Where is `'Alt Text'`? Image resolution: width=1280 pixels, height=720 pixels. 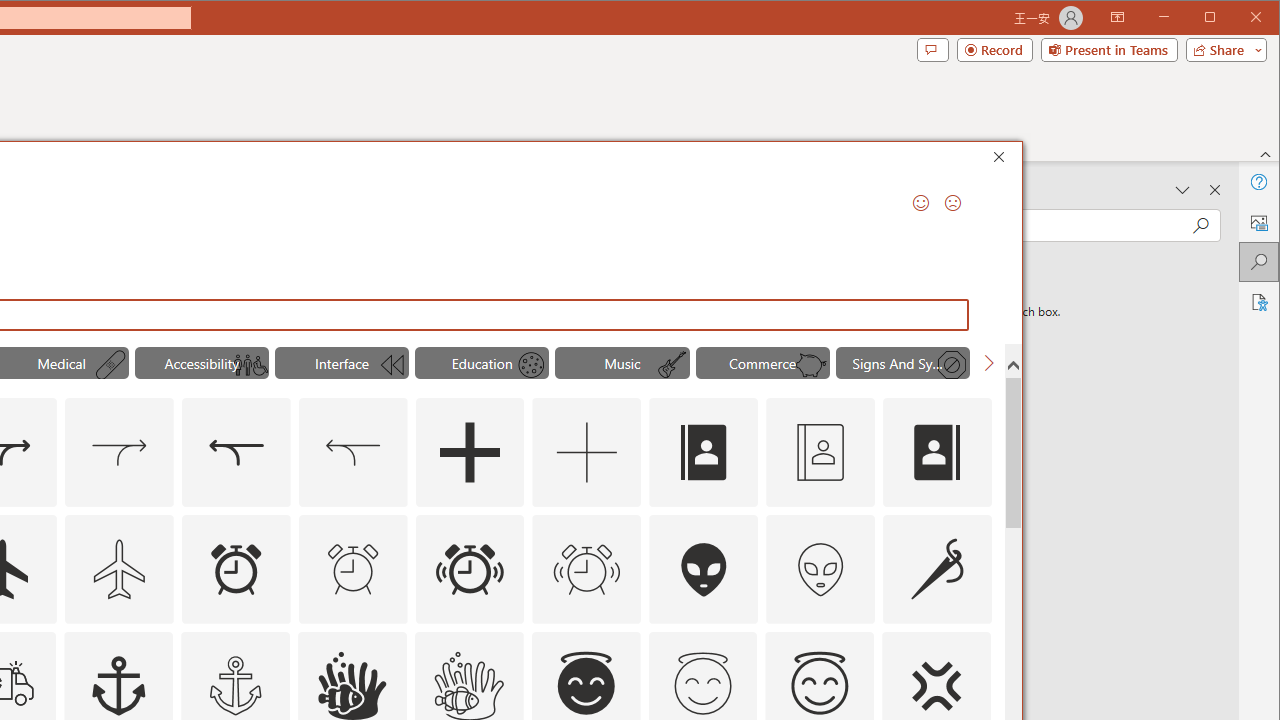
'Alt Text' is located at coordinates (1257, 222).